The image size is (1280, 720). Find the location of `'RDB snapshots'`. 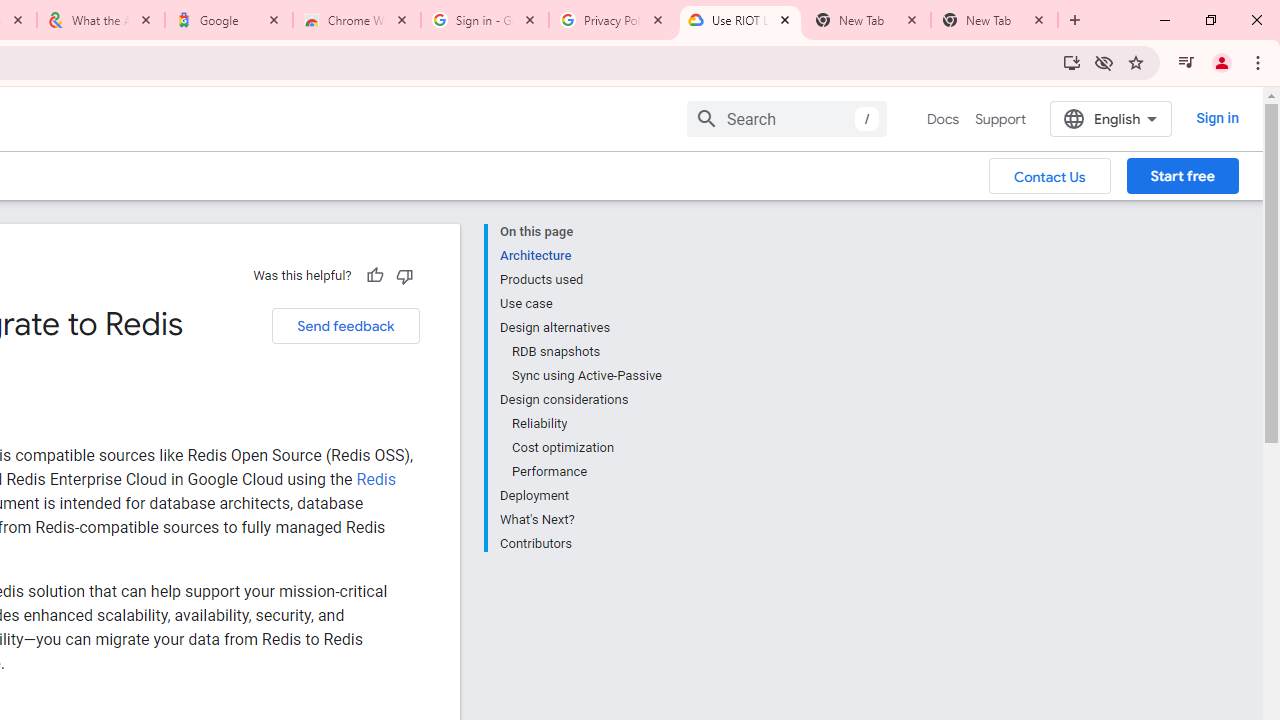

'RDB snapshots' is located at coordinates (585, 351).